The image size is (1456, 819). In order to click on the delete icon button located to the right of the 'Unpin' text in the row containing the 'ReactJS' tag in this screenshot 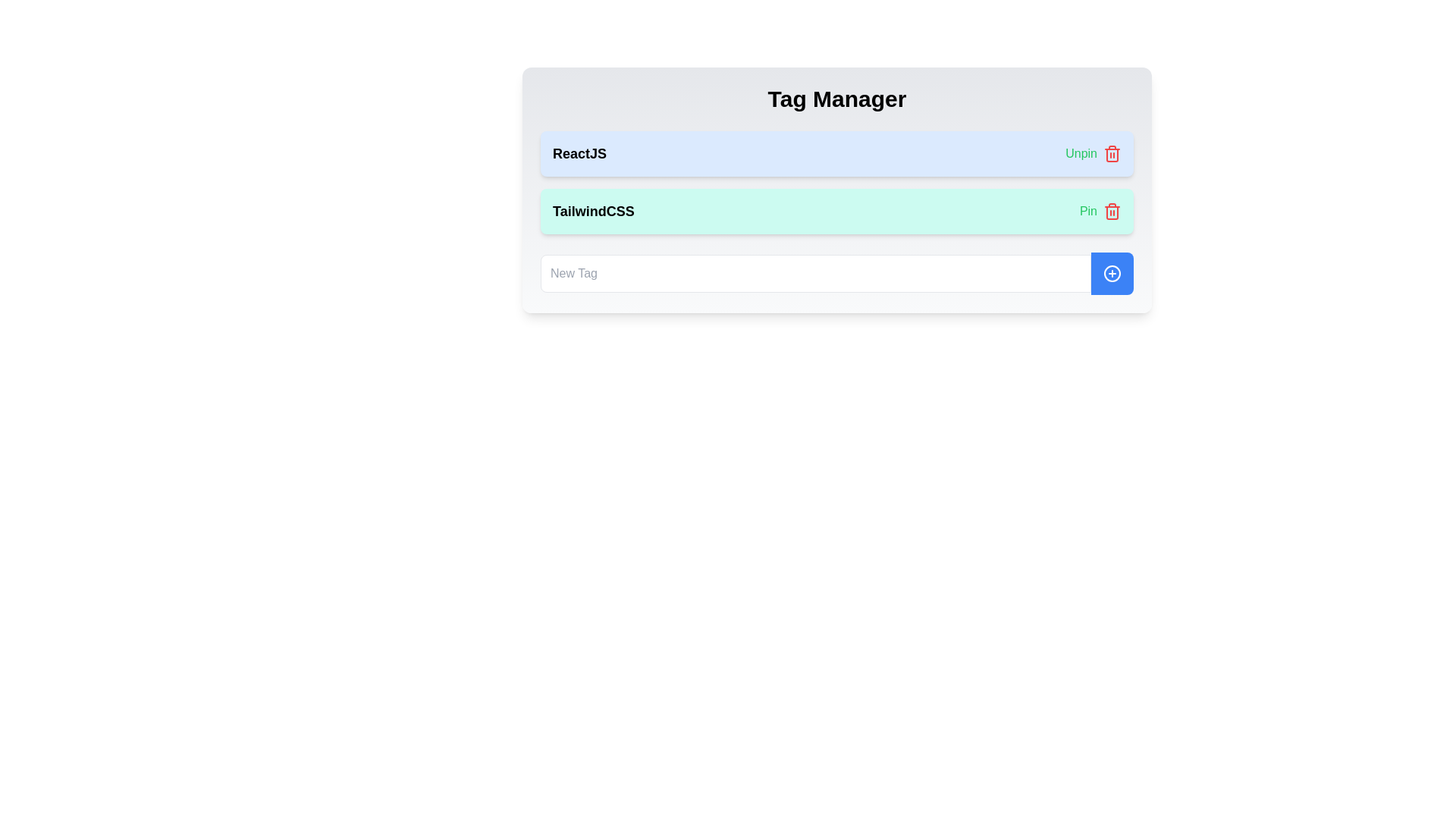, I will do `click(1112, 154)`.